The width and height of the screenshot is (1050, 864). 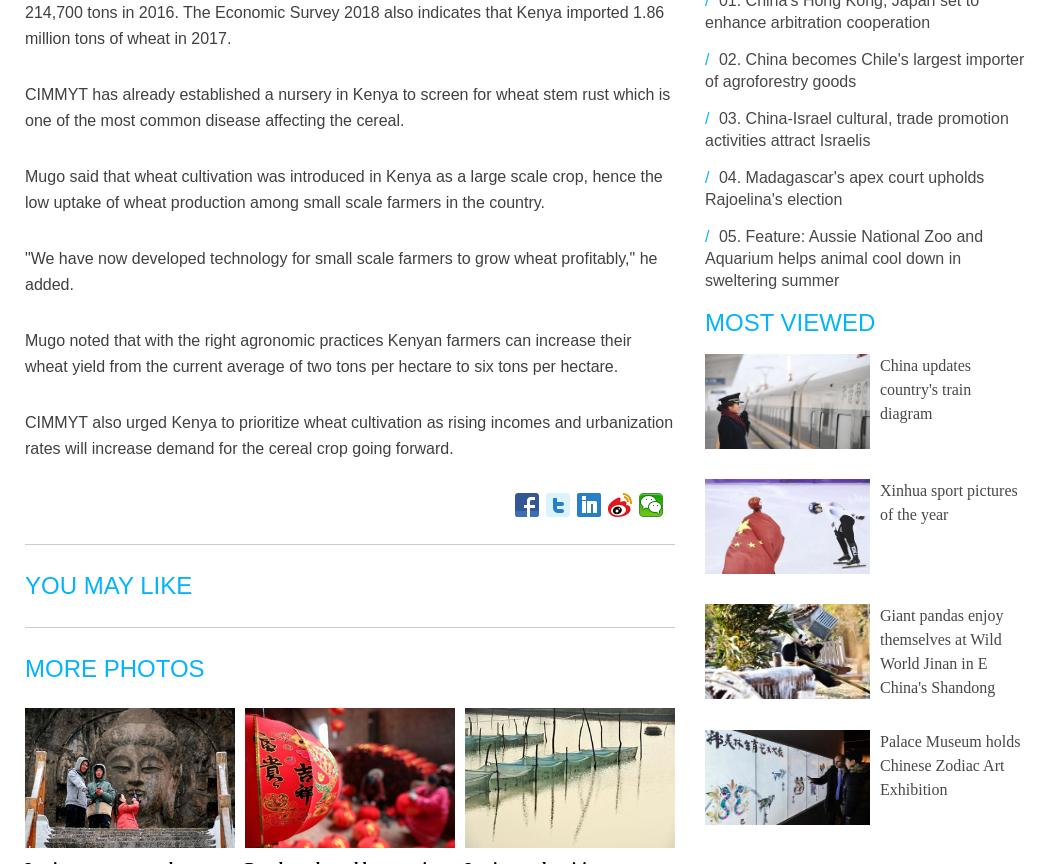 I want to click on 'China becomes Chile's largest importer of agroforestry goods', so click(x=863, y=70).